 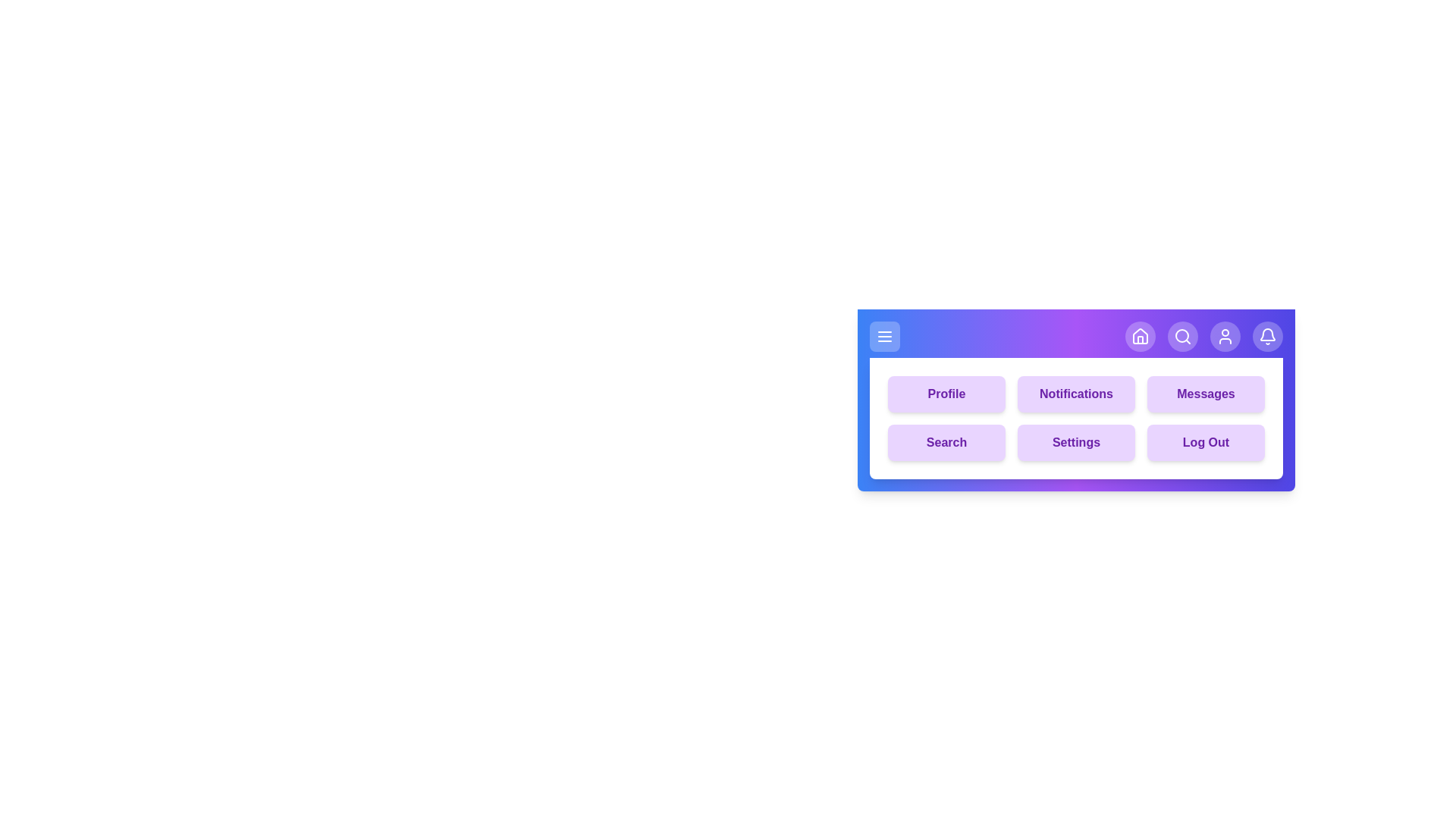 What do you see at coordinates (1205, 442) in the screenshot?
I see `the menu button labeled Log Out` at bounding box center [1205, 442].